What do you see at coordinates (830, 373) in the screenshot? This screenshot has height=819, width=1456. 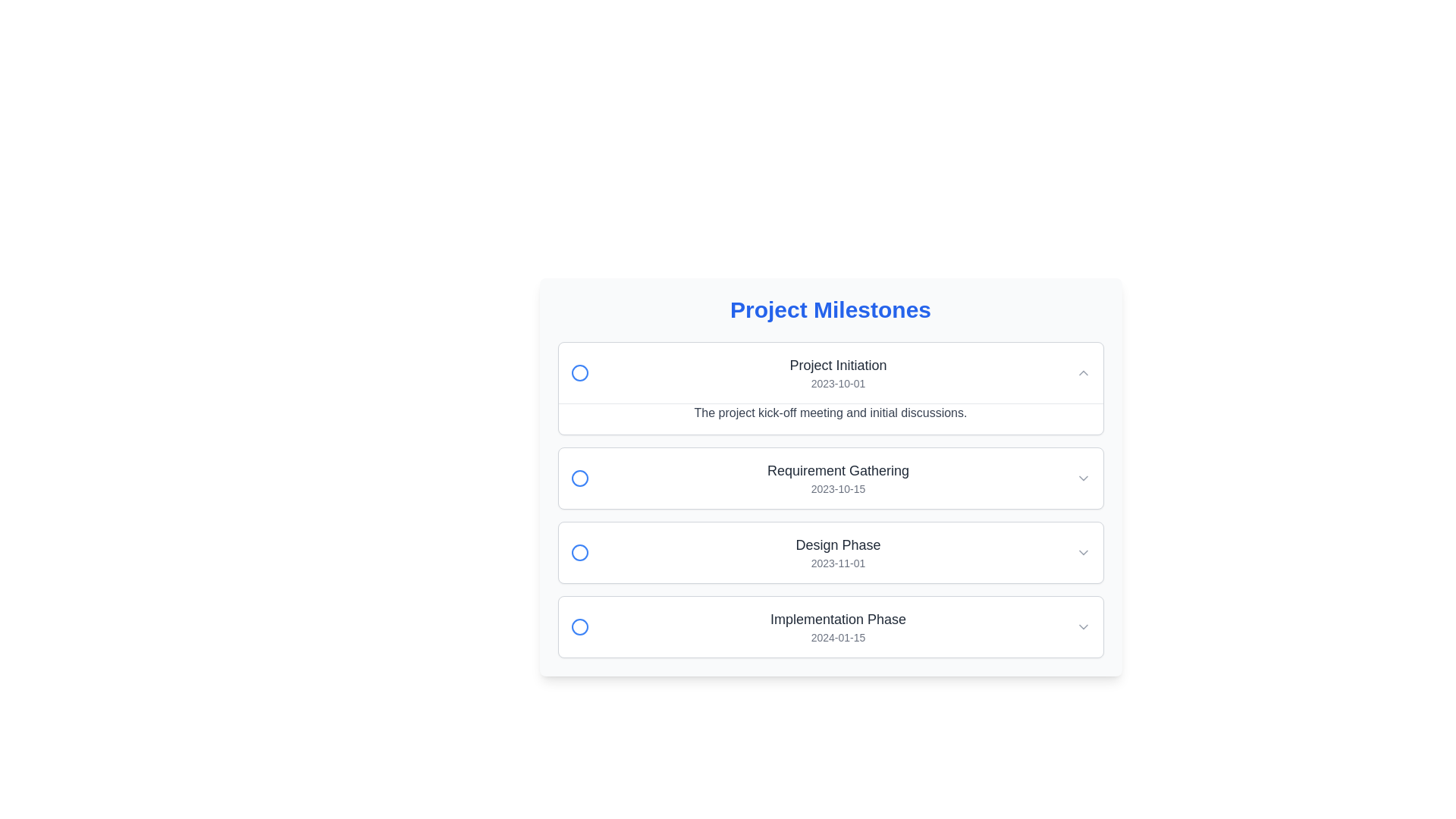 I see `the collapsible list header for 'Project Initiation'` at bounding box center [830, 373].